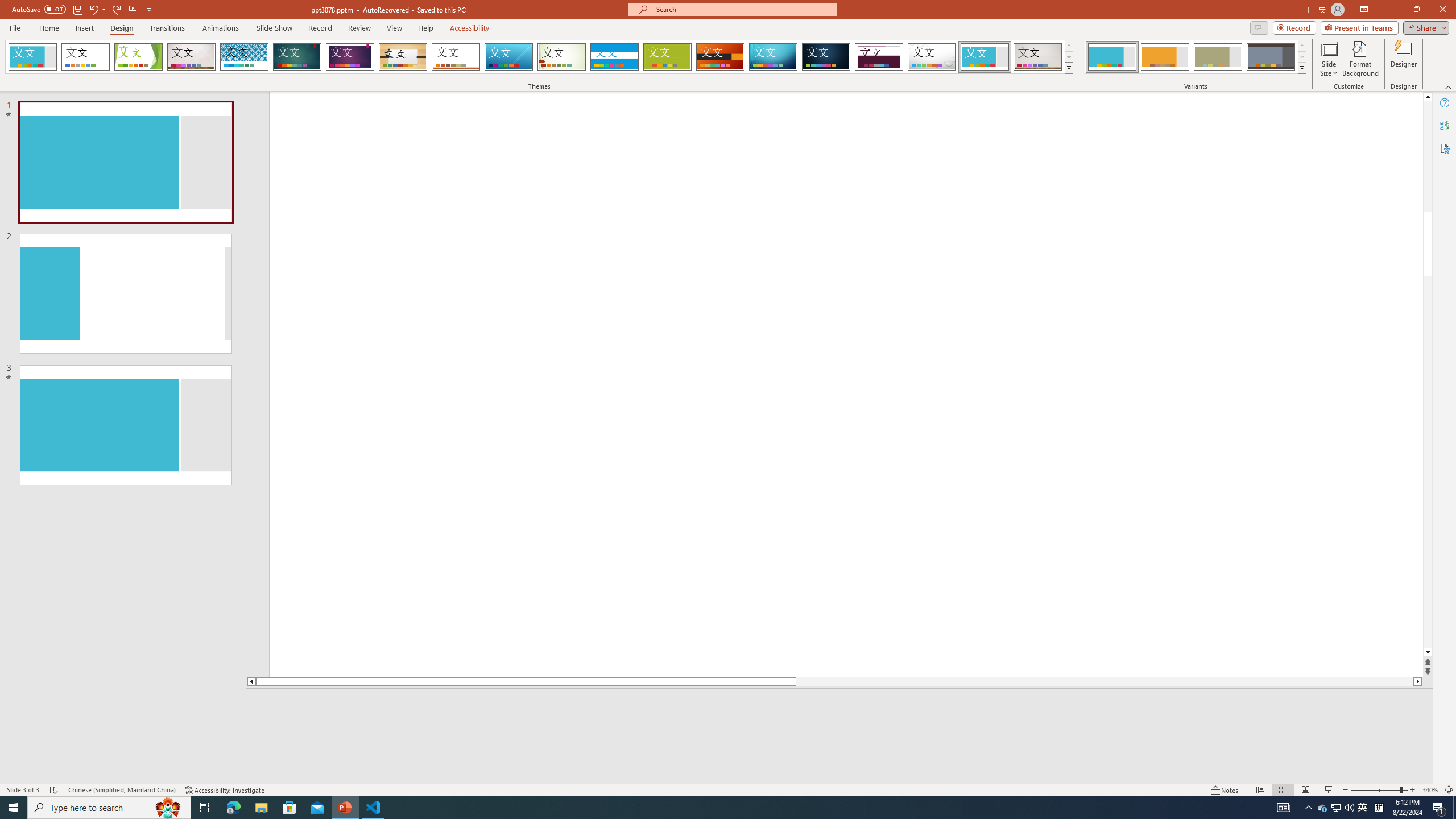 Image resolution: width=1456 pixels, height=819 pixels. What do you see at coordinates (508, 56) in the screenshot?
I see `'Slice'` at bounding box center [508, 56].